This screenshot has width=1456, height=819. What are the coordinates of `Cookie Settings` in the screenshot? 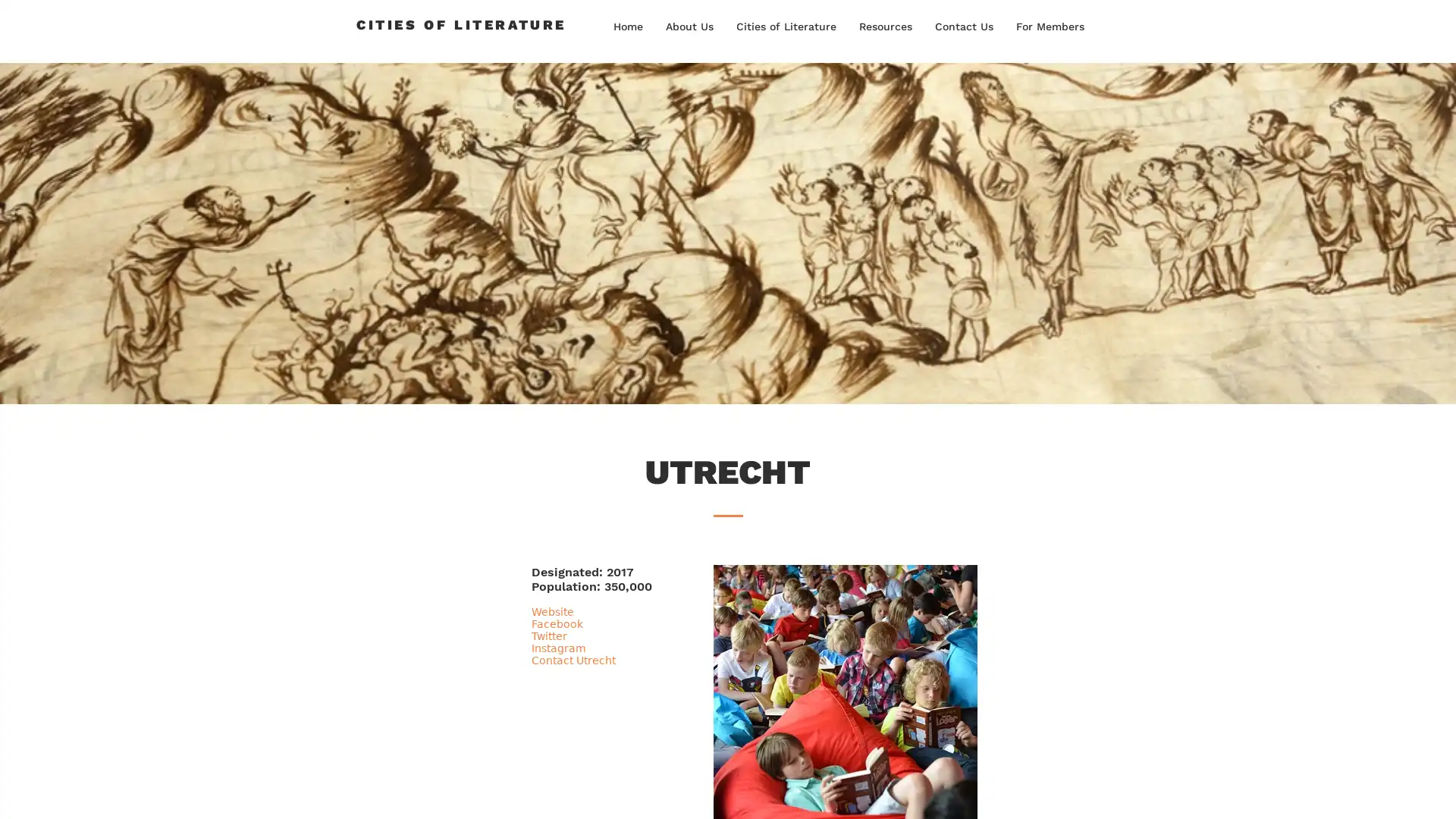 It's located at (1291, 792).